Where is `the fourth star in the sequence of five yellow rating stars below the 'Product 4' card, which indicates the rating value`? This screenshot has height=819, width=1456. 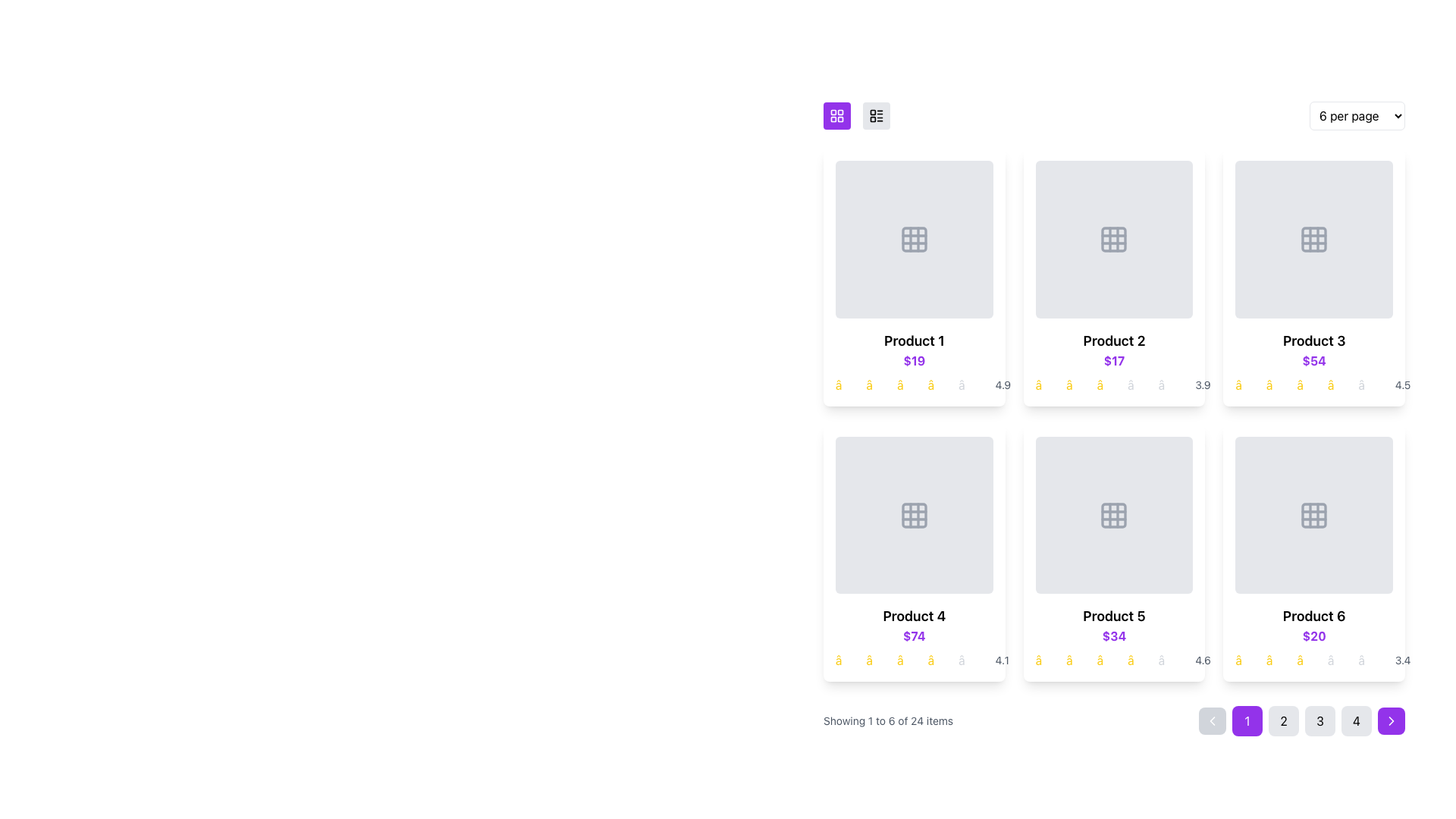
the fourth star in the sequence of five yellow rating stars below the 'Product 4' card, which indicates the rating value is located at coordinates (942, 660).